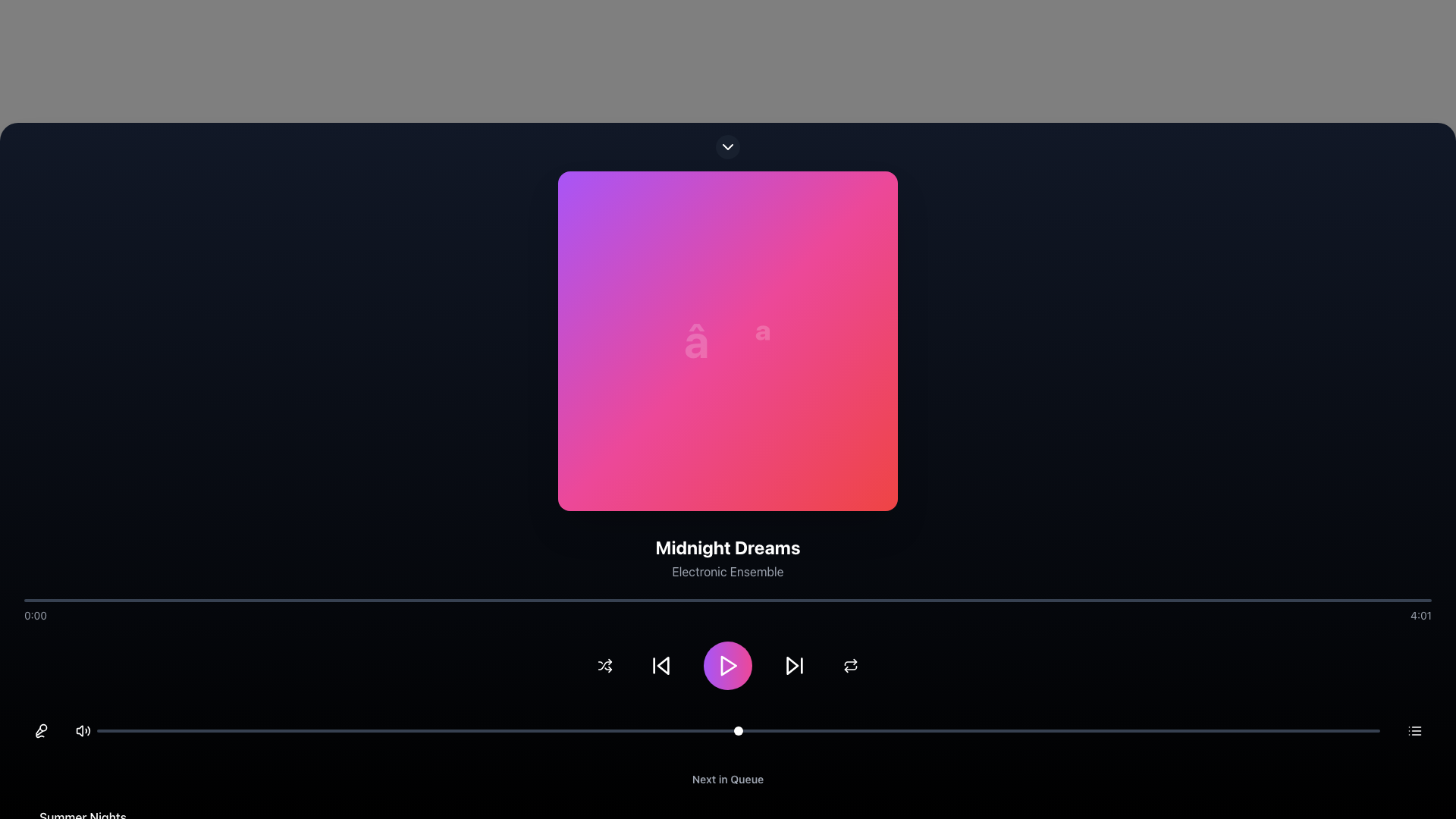 This screenshot has height=819, width=1456. What do you see at coordinates (729, 665) in the screenshot?
I see `the play button located at the bottom center of the media control interface` at bounding box center [729, 665].